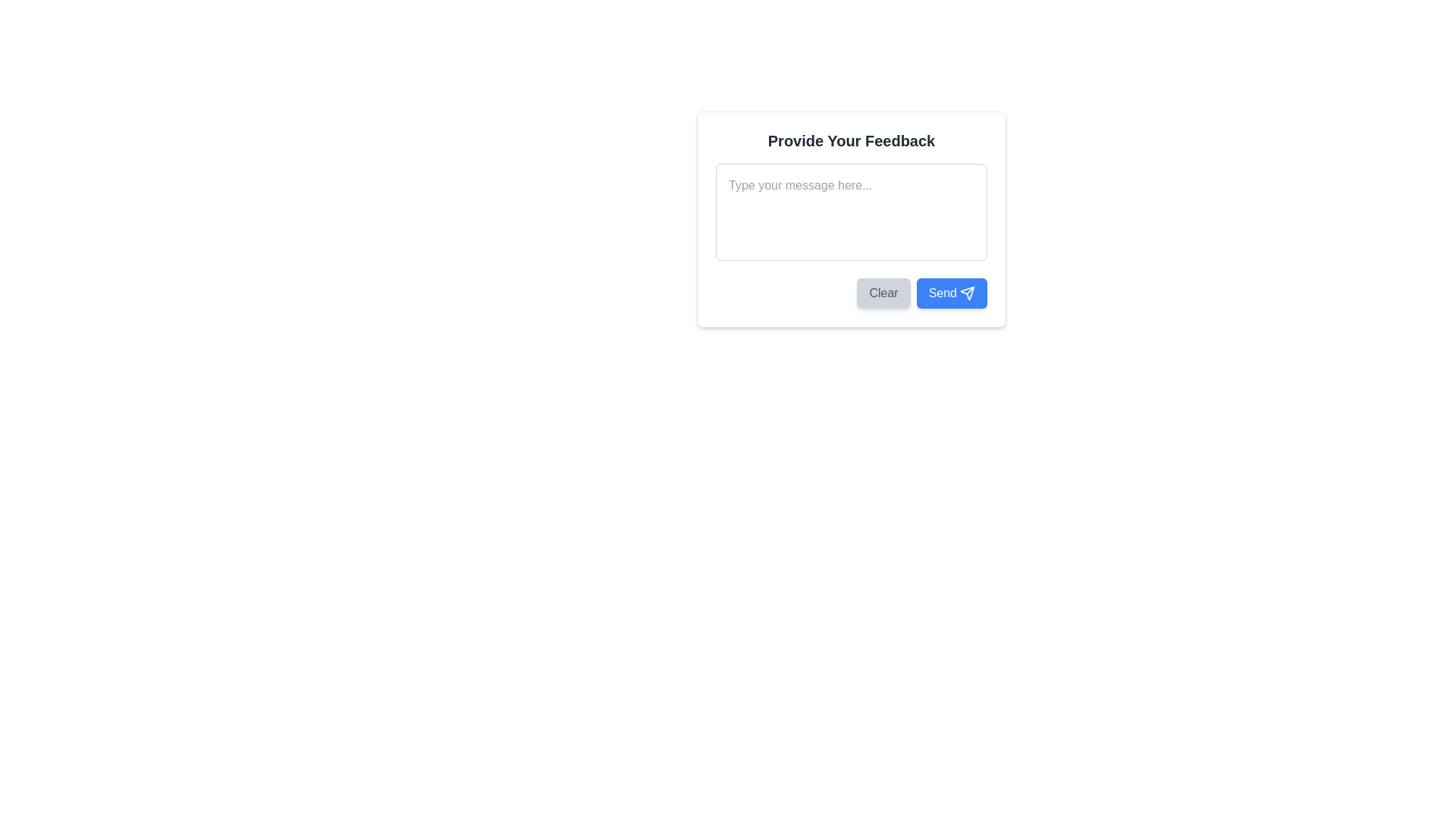 The width and height of the screenshot is (1456, 819). I want to click on the decorative 'Send' icon within the 'Send' button located at the bottom-right of the feedback form, so click(967, 293).